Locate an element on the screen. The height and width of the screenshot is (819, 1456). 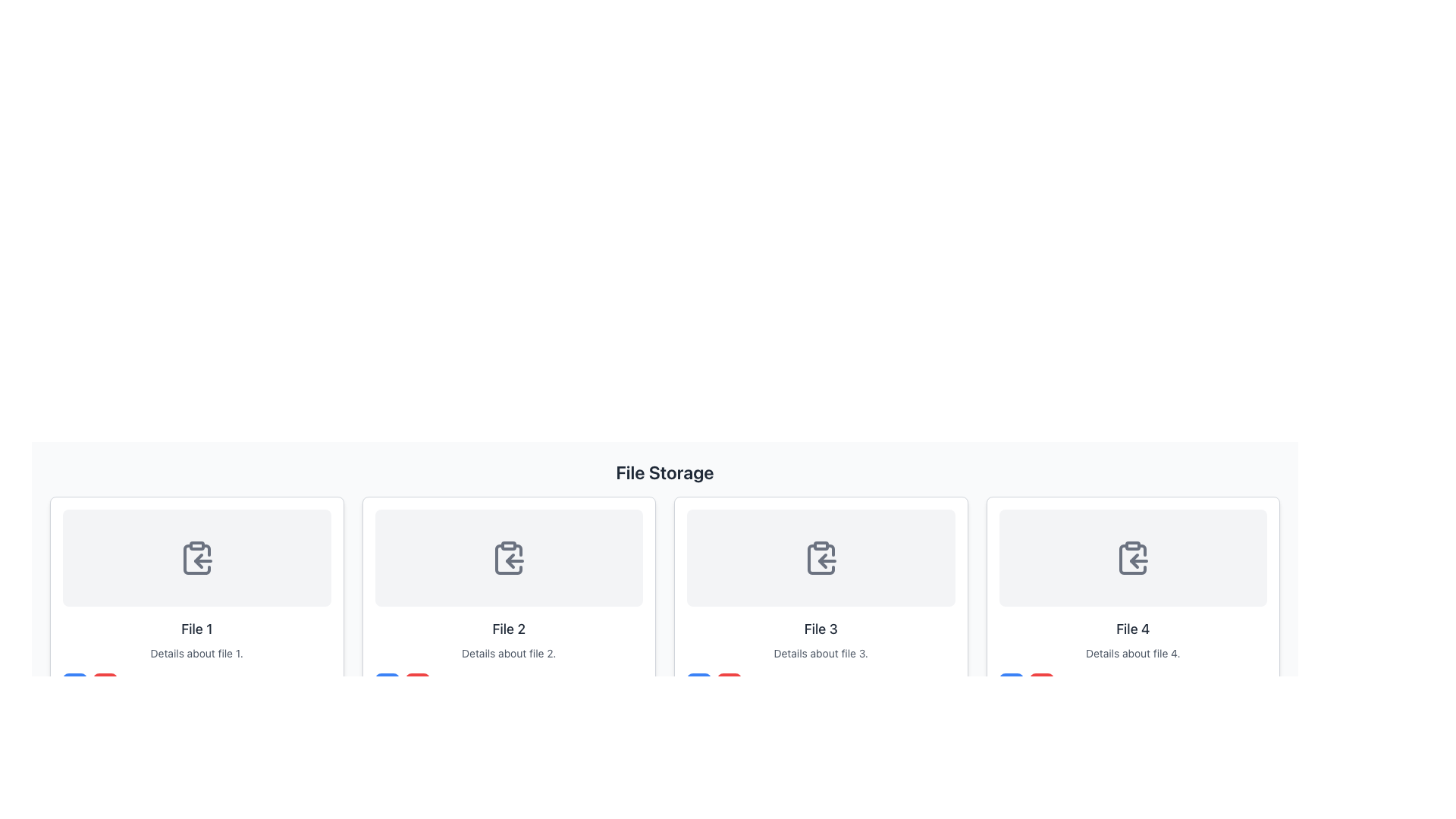
the 'File Storage' text element, which is prominently displayed in a bold, large font at the top center of the page is located at coordinates (665, 472).